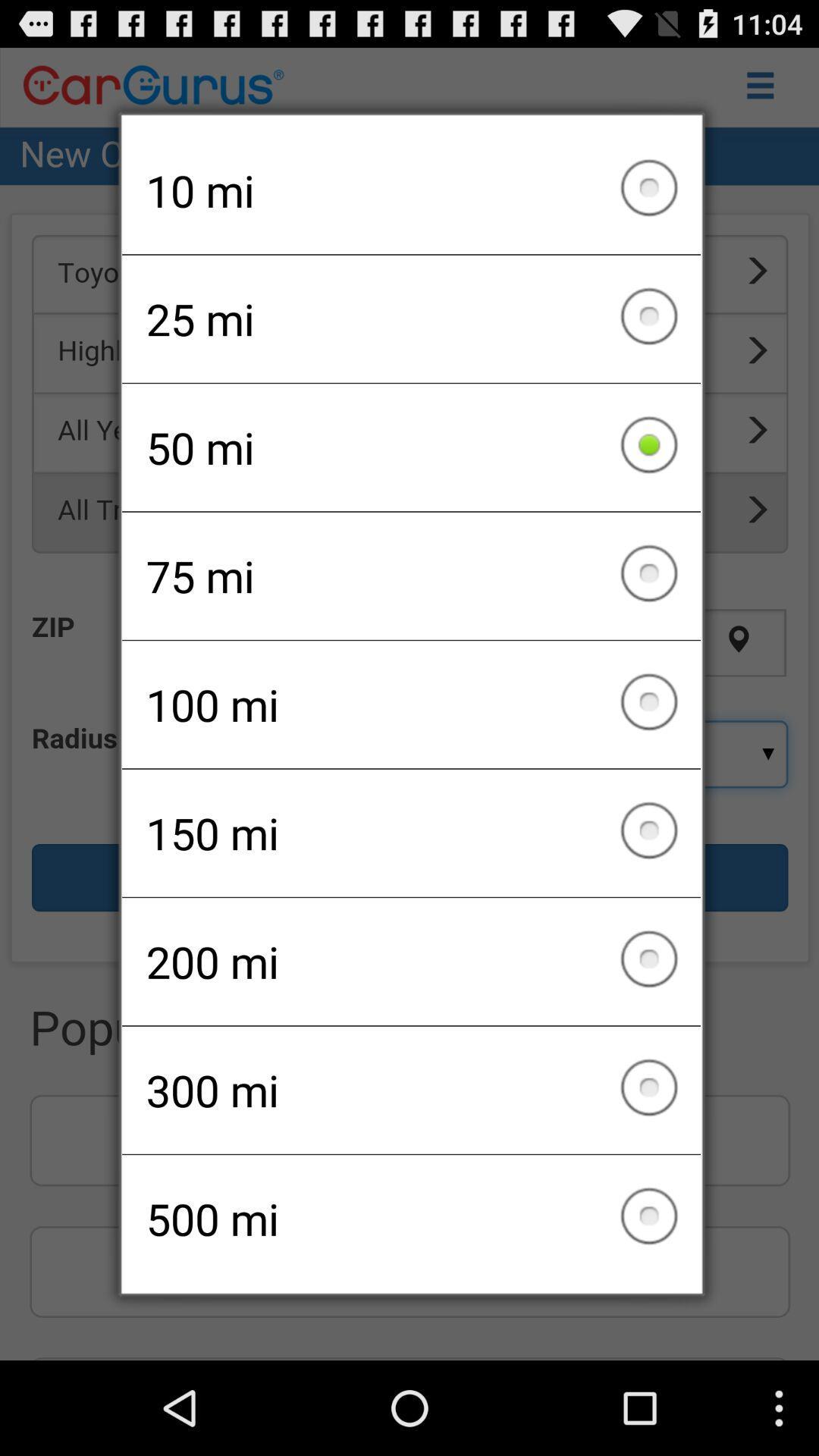 The height and width of the screenshot is (1456, 819). Describe the element at coordinates (411, 318) in the screenshot. I see `the checkbox below 10 mi checkbox` at that location.